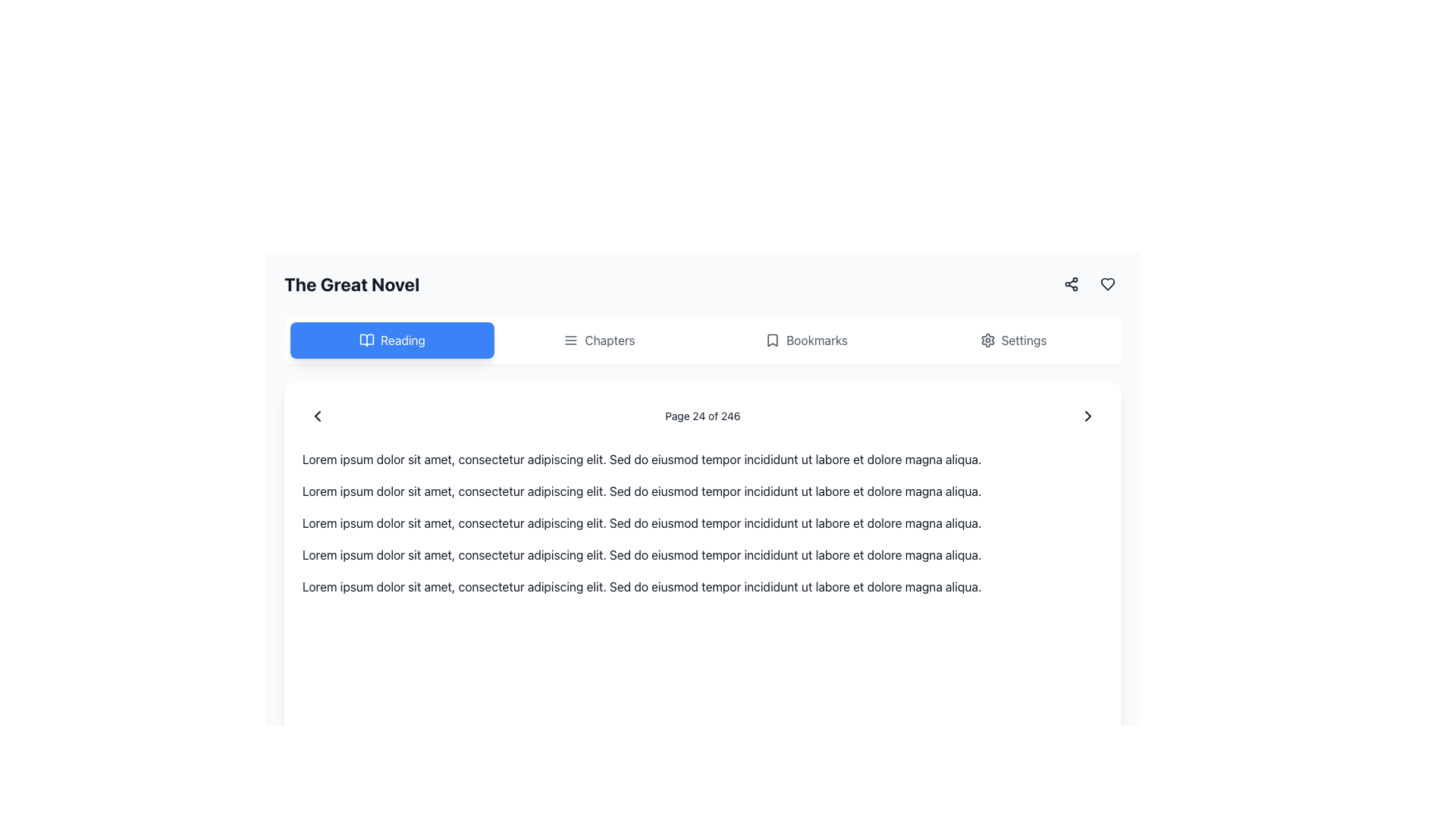 The width and height of the screenshot is (1456, 819). Describe the element at coordinates (701, 522) in the screenshot. I see `the text block containing 'Lorem ipsum dolor sit amet, consectetur adipiscing elit. Sed do eiusmod tempor incididunt ut labore et dolore magna aliqua.'` at that location.